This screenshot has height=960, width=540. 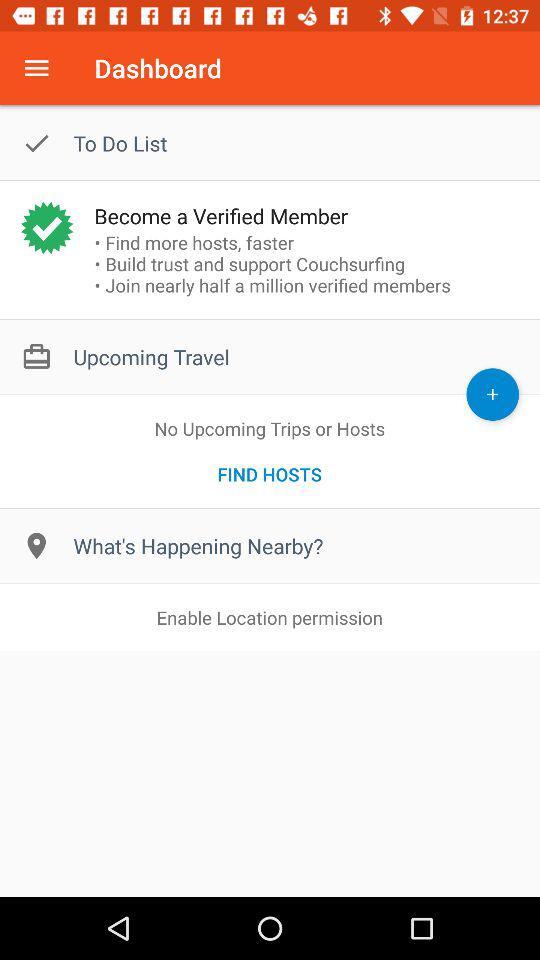 What do you see at coordinates (491, 393) in the screenshot?
I see `icon to the right of no upcoming trips icon` at bounding box center [491, 393].